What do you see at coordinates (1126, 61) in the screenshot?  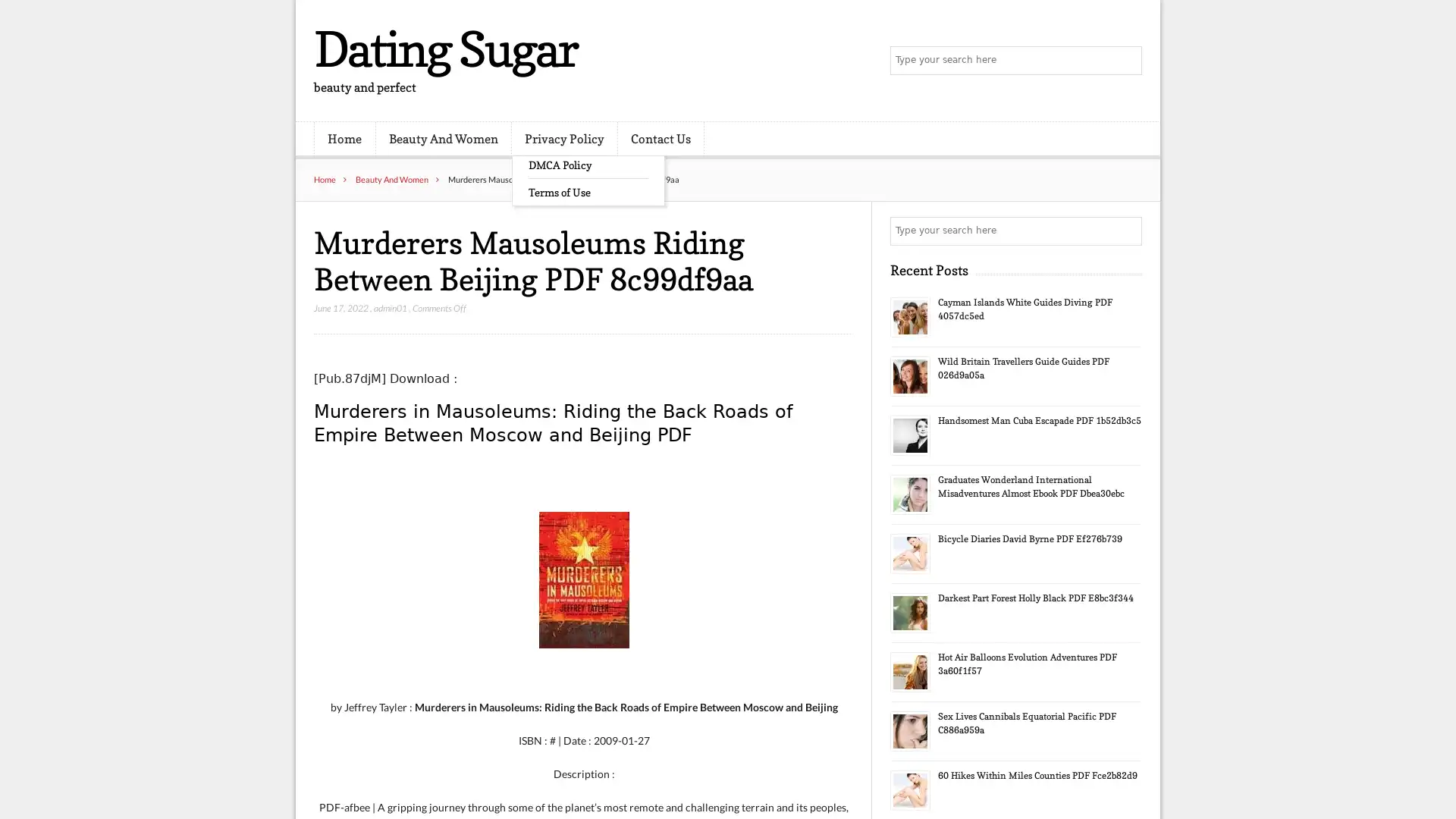 I see `Search` at bounding box center [1126, 61].